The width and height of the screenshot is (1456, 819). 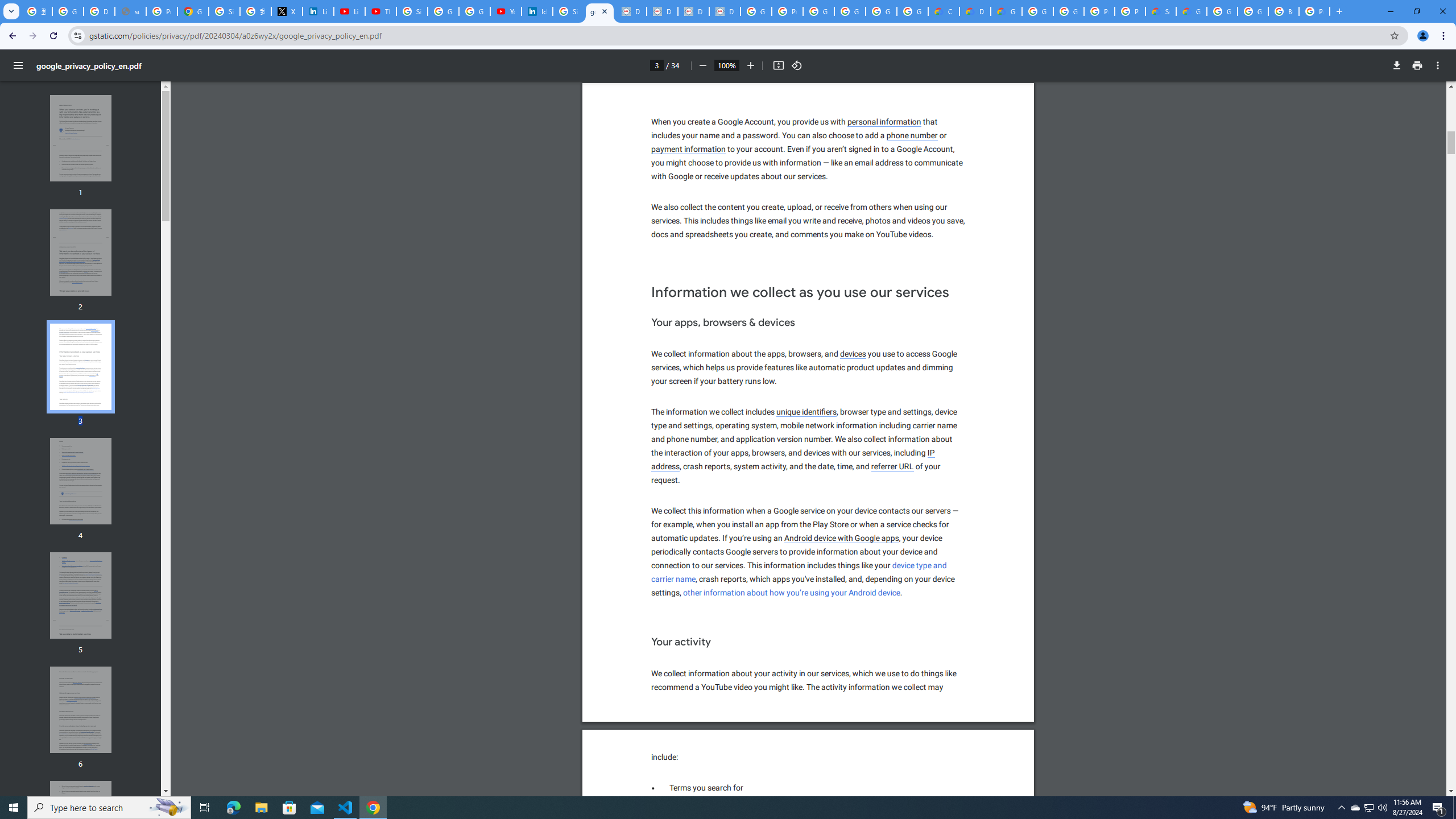 I want to click on 'Identity verification via Persona | LinkedIn Help', so click(x=536, y=11).